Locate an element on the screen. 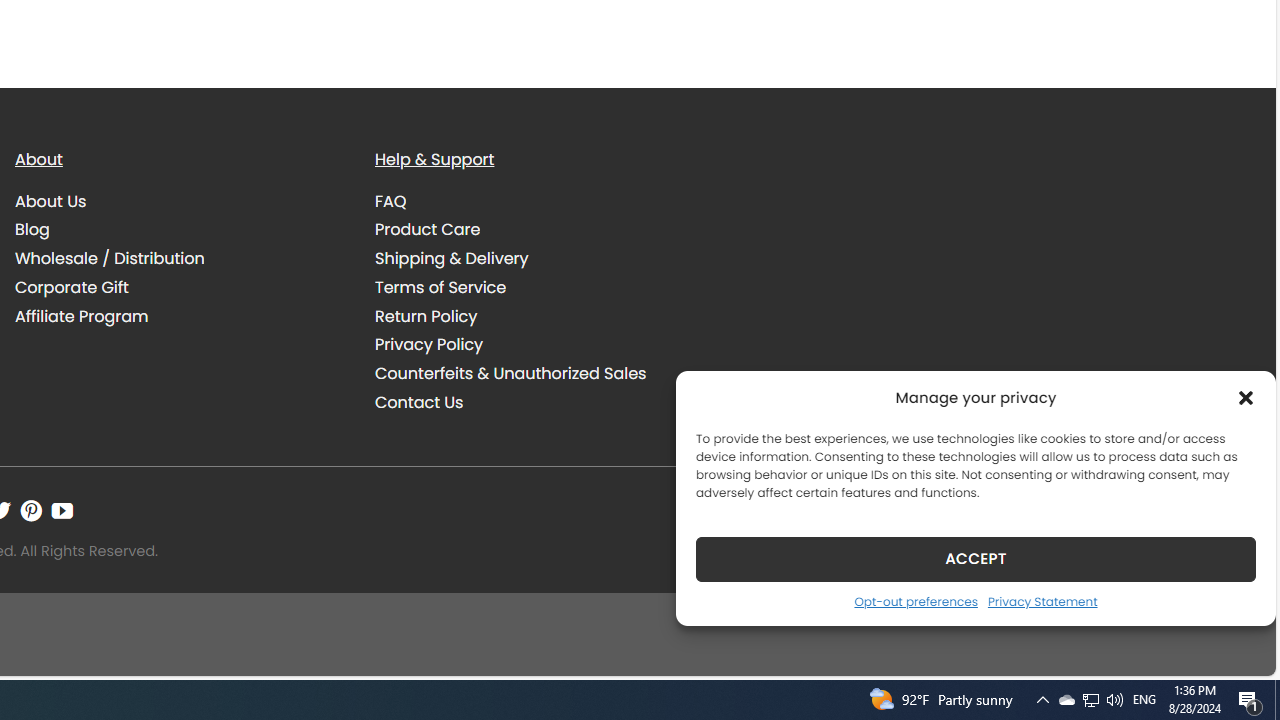 The height and width of the screenshot is (720, 1280). 'Wholesale / Distribution' is located at coordinates (109, 257).